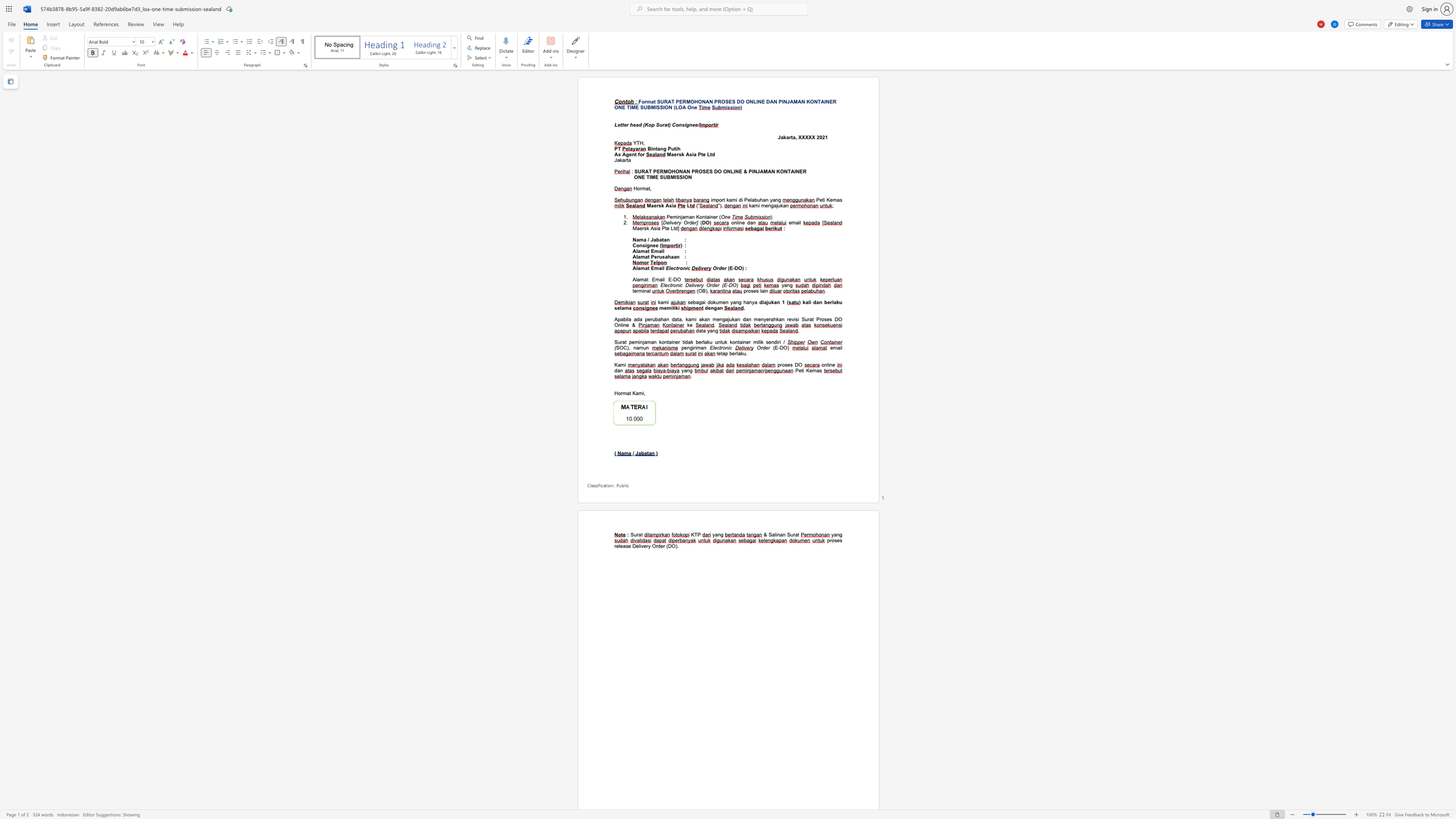  What do you see at coordinates (630, 107) in the screenshot?
I see `the space between the continuous character "T" and "I" in the text` at bounding box center [630, 107].